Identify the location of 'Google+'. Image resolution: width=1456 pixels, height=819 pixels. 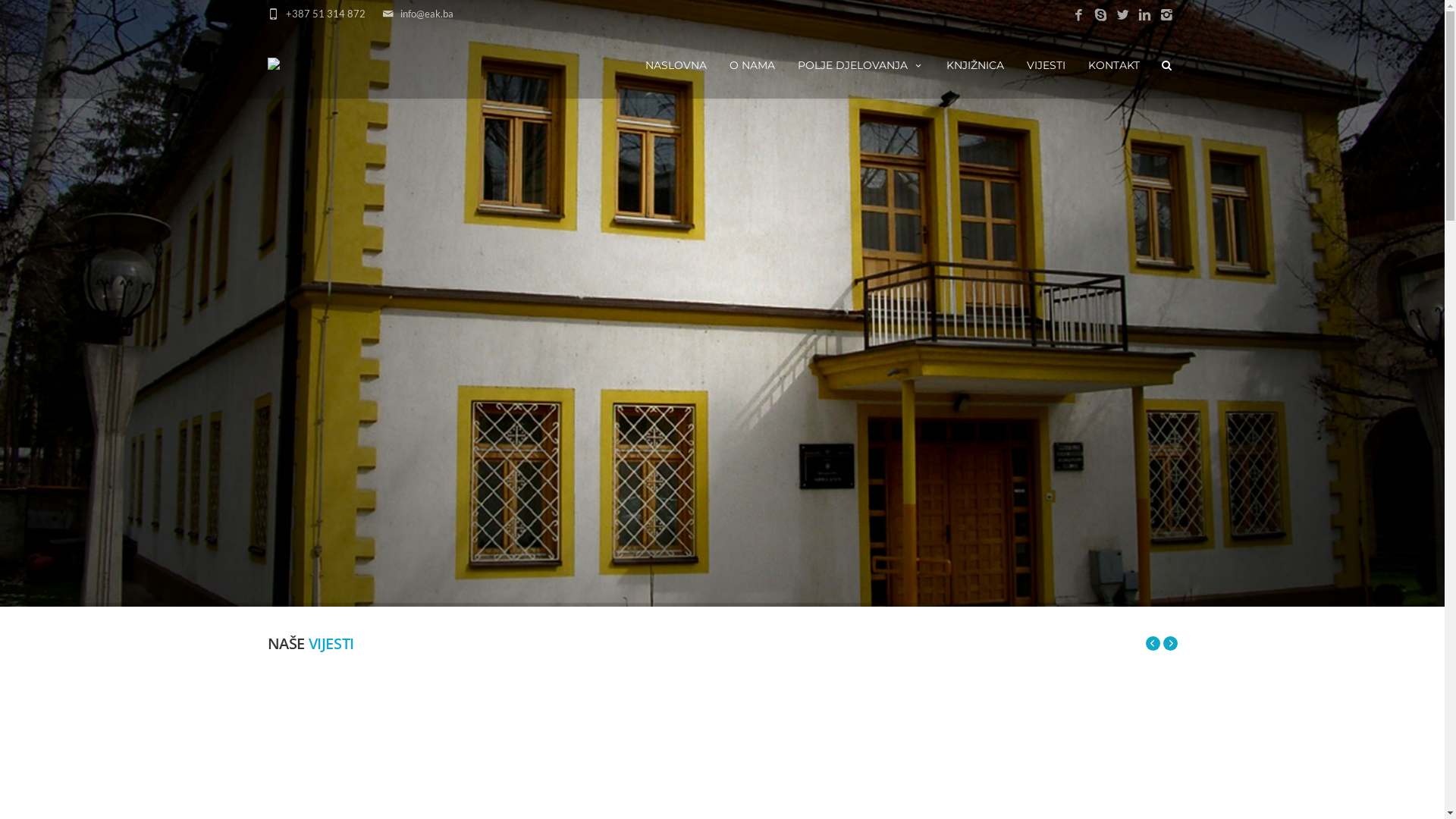
(1043, 791).